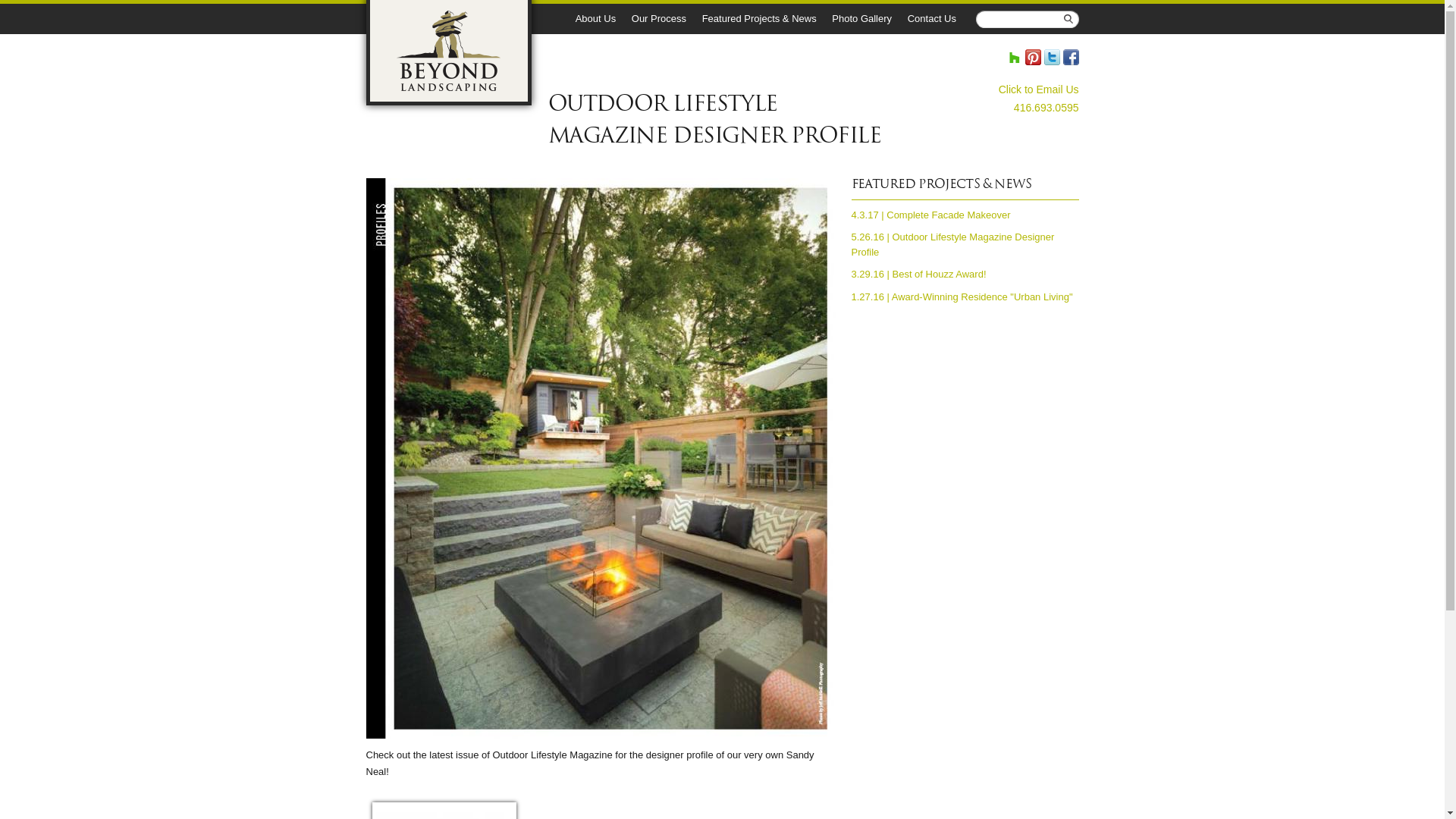  Describe the element at coordinates (930, 215) in the screenshot. I see `'4.3.17 | Complete Facade Makeover'` at that location.